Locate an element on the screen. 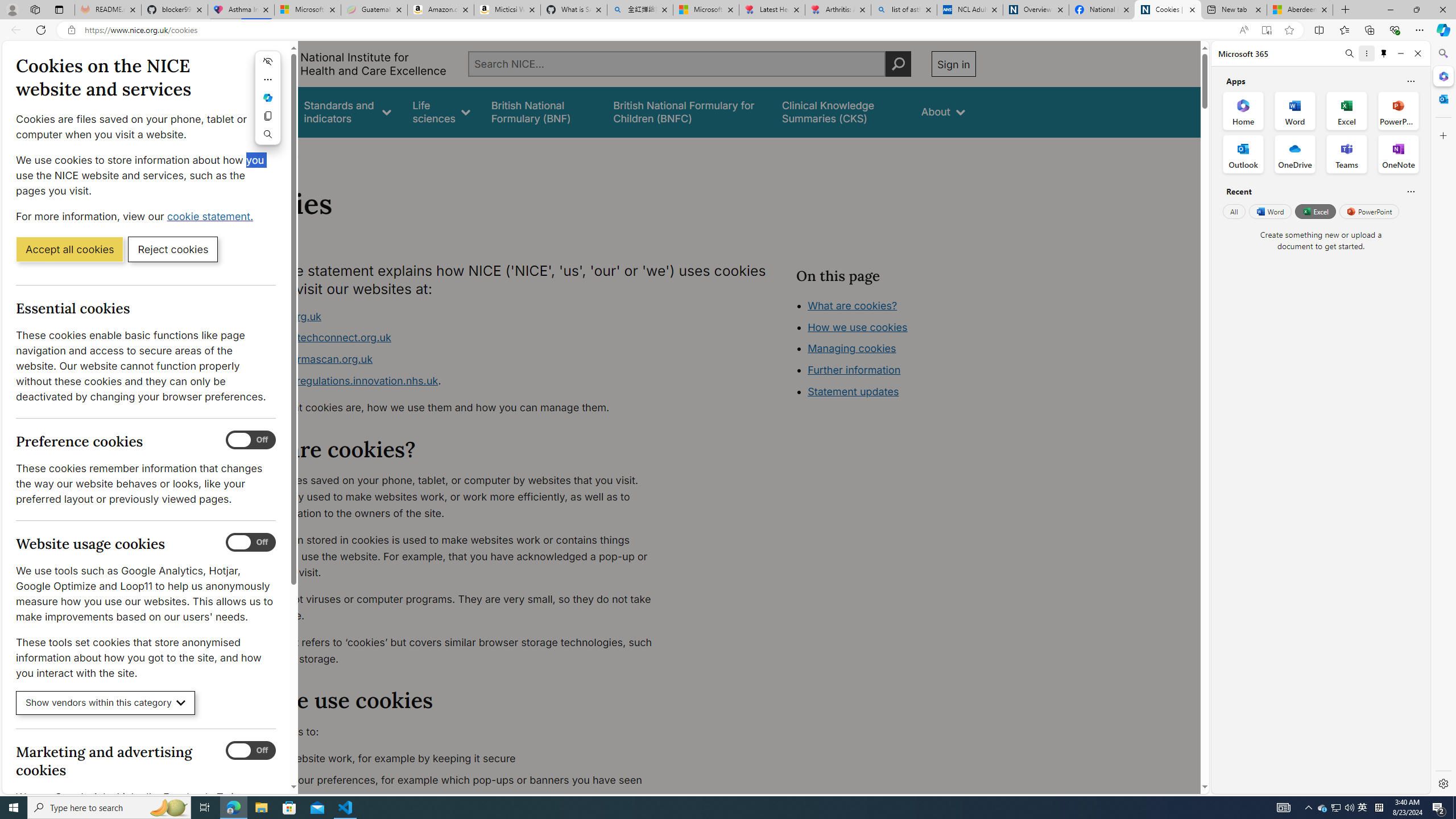 This screenshot has height=819, width=1456. 'British National Formulary for Children (BNFC)' is located at coordinates (686, 111).